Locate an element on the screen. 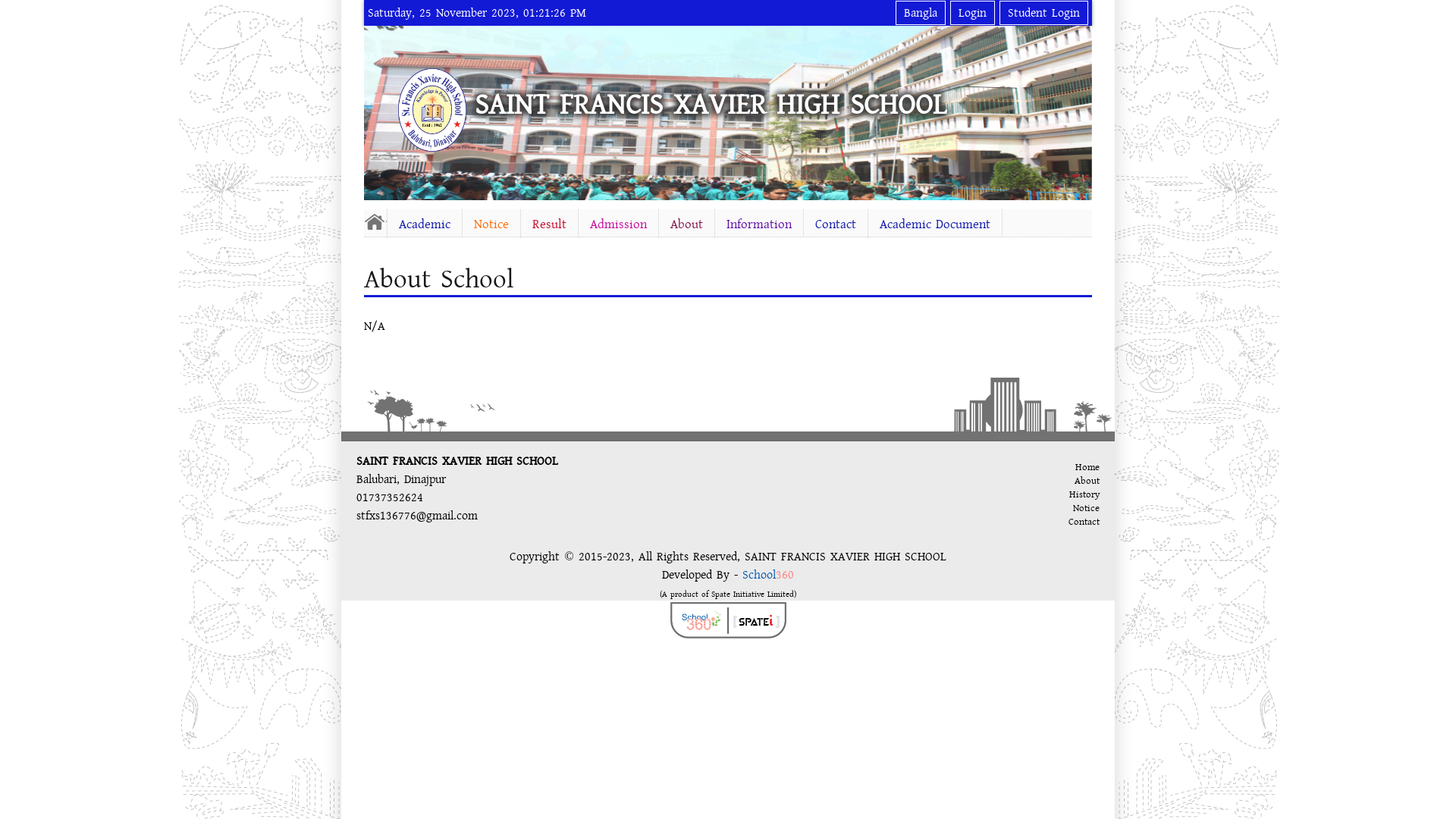 This screenshot has height=819, width=1456. 'Result' is located at coordinates (520, 224).